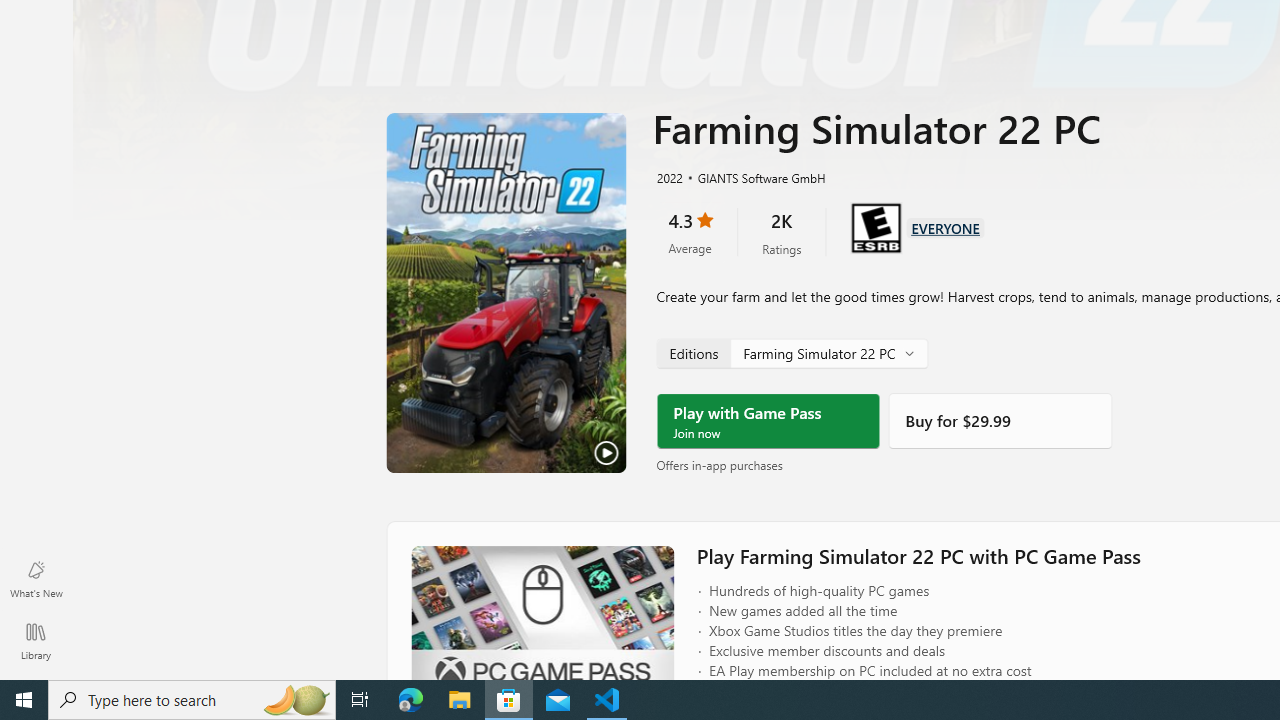  What do you see at coordinates (506, 293) in the screenshot?
I see `'Play Trailer'` at bounding box center [506, 293].